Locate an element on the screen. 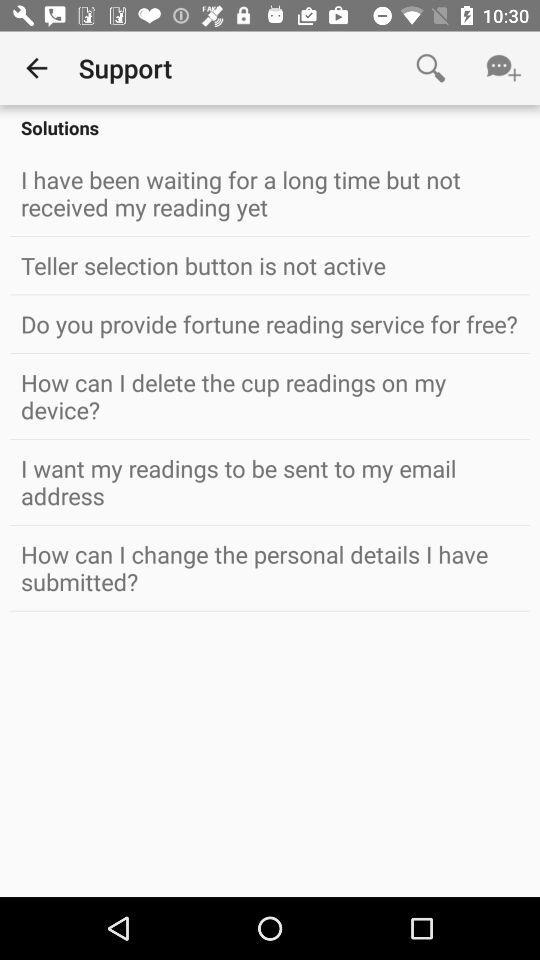 This screenshot has width=540, height=960. the icon above how can i icon is located at coordinates (270, 324).